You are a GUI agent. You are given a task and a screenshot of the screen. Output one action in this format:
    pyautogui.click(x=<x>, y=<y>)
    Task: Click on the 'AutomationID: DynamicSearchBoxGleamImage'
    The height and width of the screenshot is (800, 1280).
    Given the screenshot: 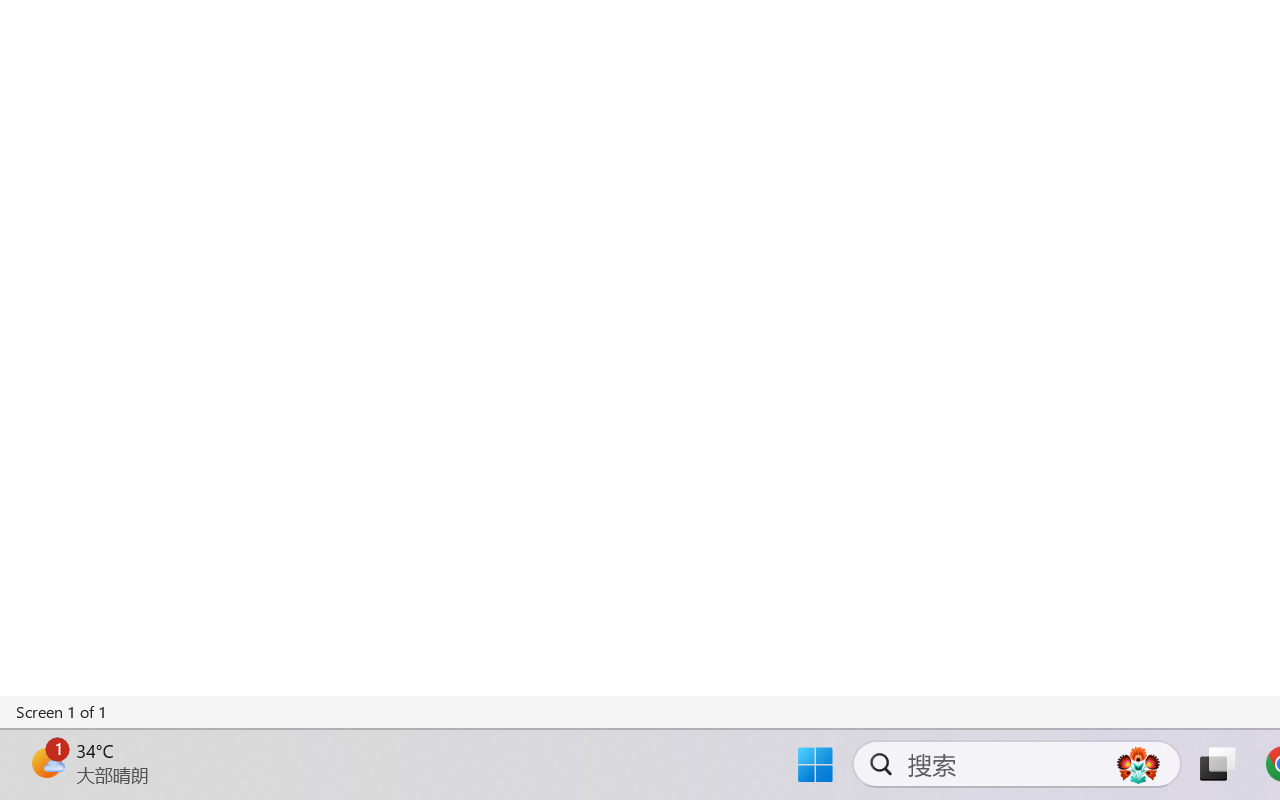 What is the action you would take?
    pyautogui.click(x=1138, y=764)
    